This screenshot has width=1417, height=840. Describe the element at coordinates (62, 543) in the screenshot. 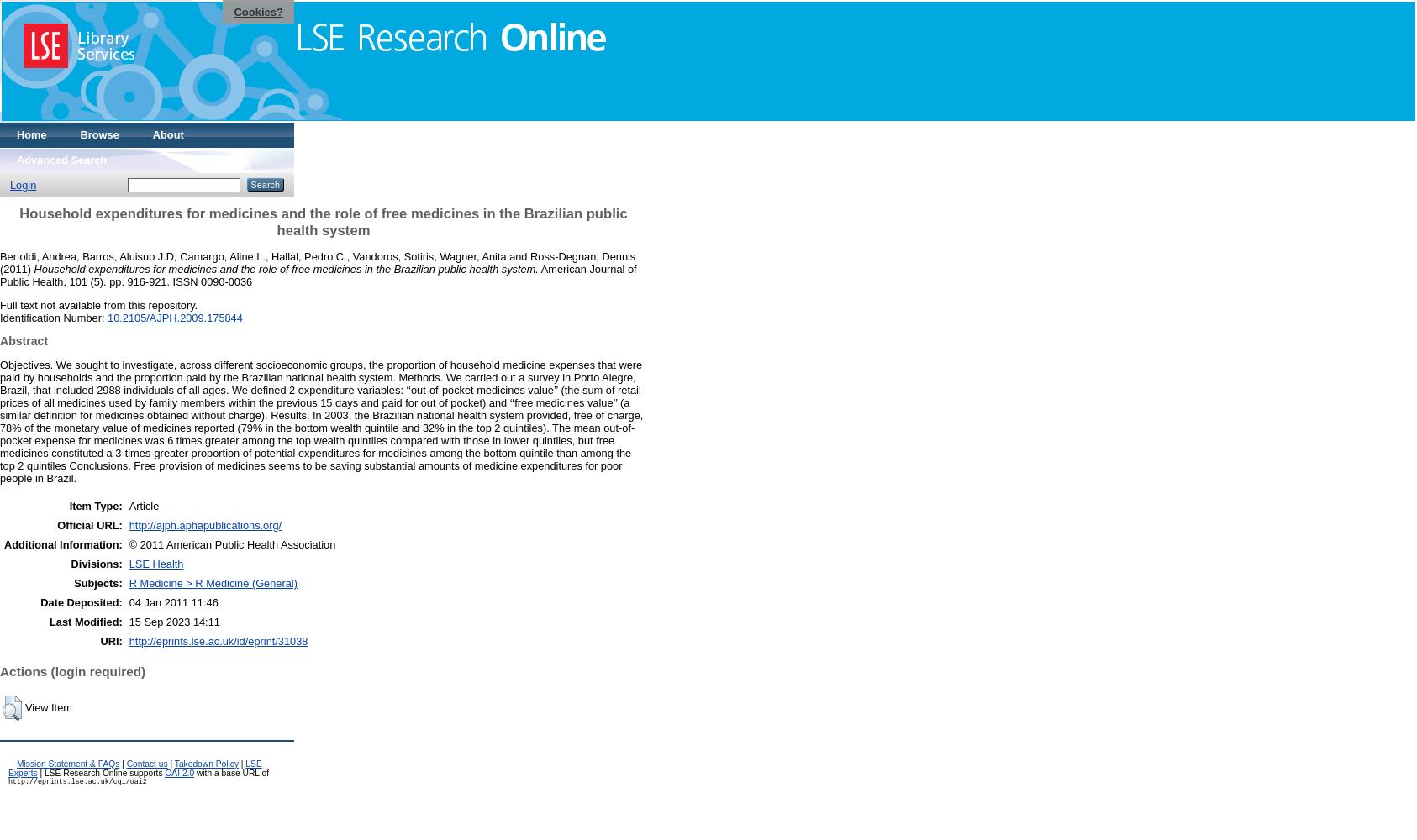

I see `'Additional Information:'` at that location.